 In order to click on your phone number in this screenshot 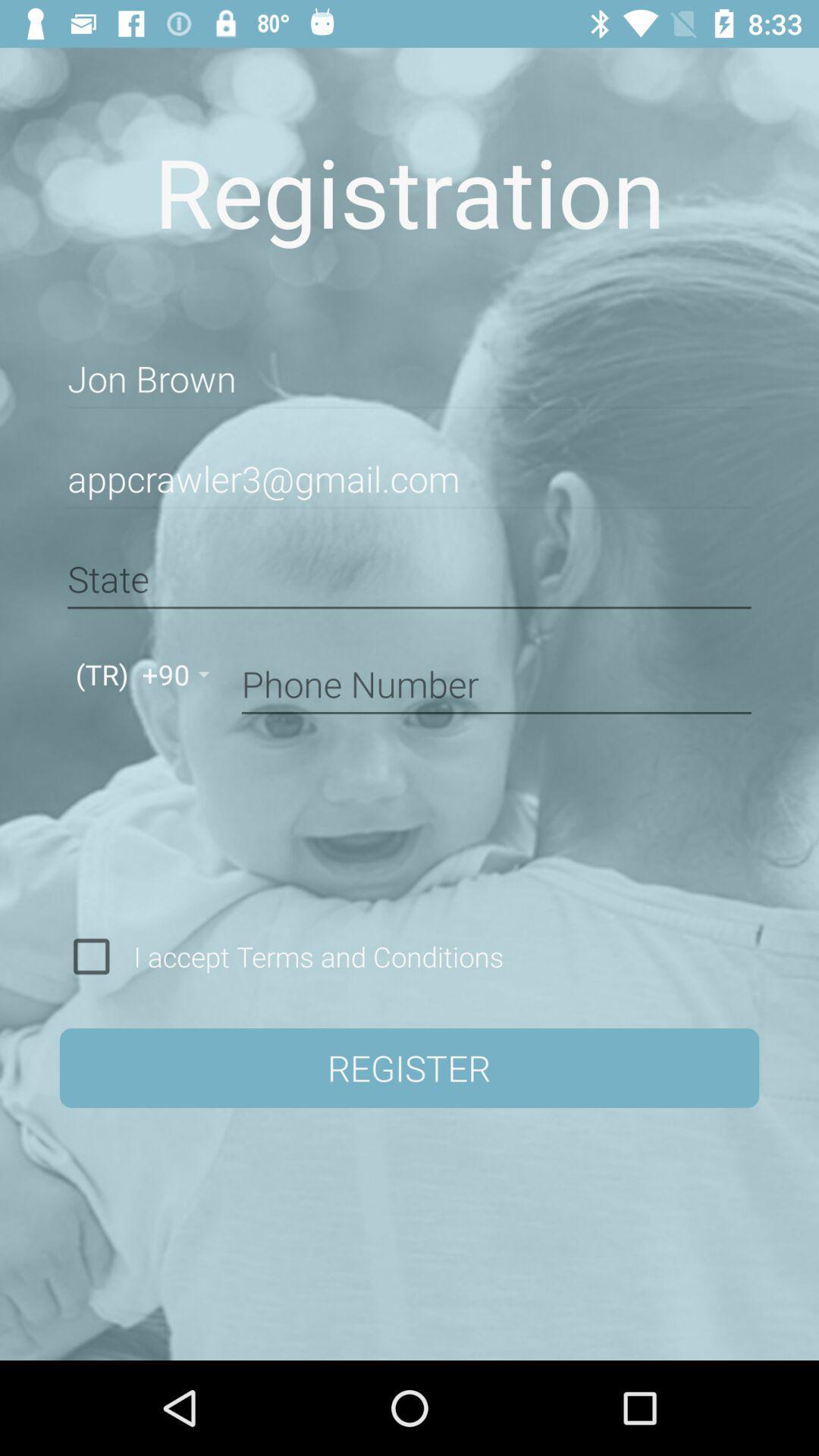, I will do `click(496, 681)`.